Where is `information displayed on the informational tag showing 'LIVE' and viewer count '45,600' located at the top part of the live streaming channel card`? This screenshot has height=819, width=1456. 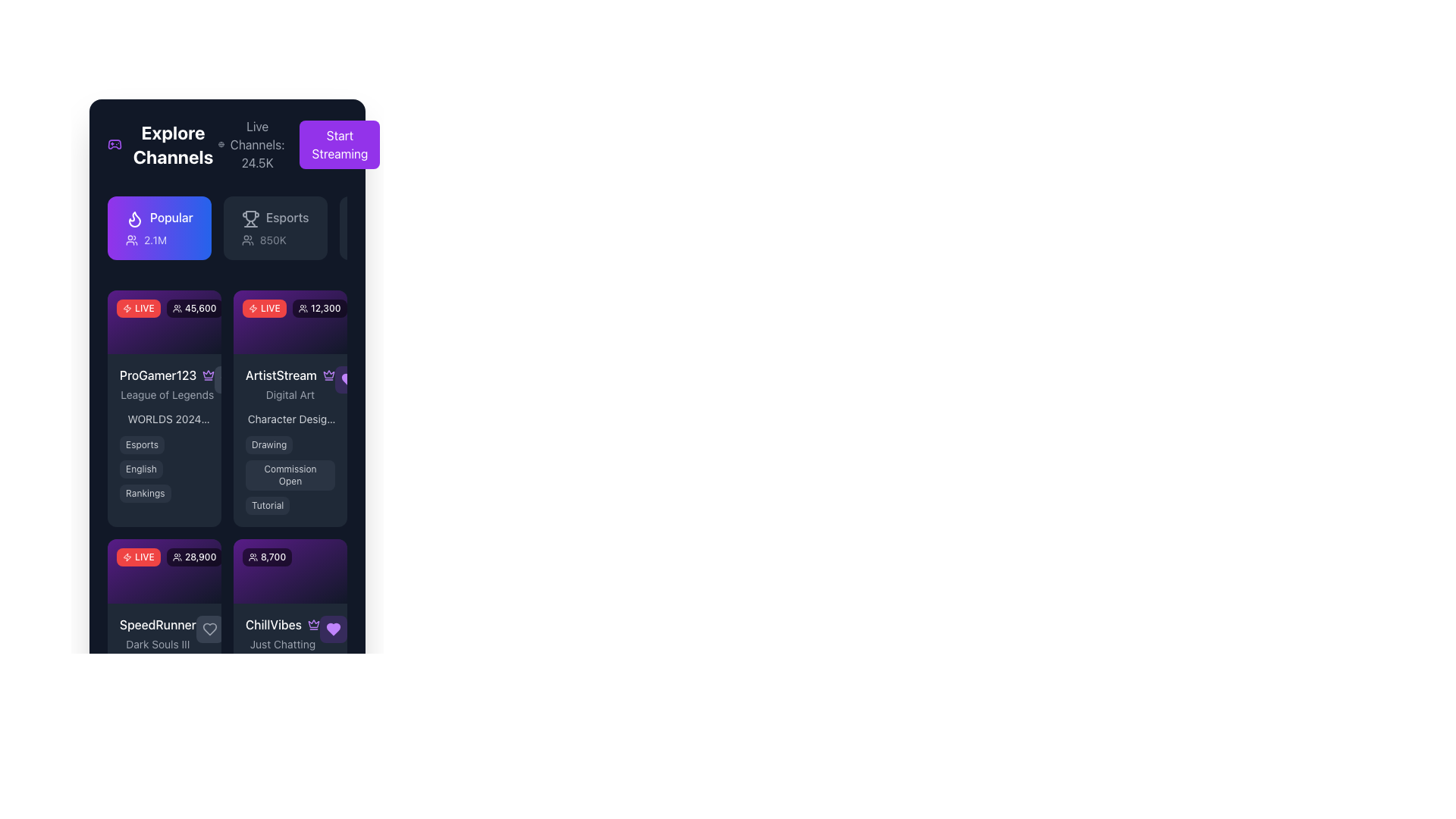 information displayed on the informational tag showing 'LIVE' and viewer count '45,600' located at the top part of the live streaming channel card is located at coordinates (164, 321).